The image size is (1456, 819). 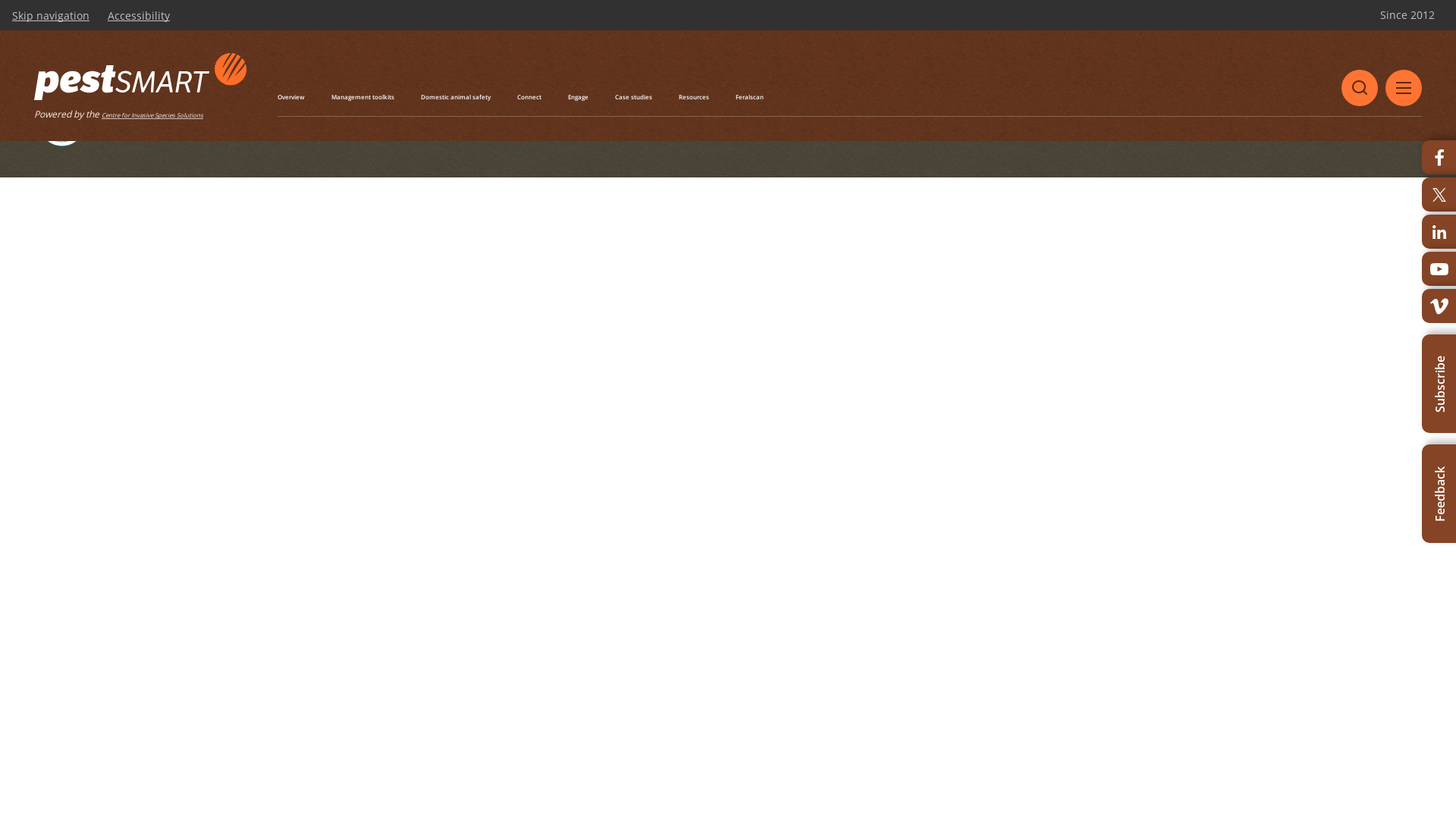 I want to click on 'Menu', so click(x=1403, y=87).